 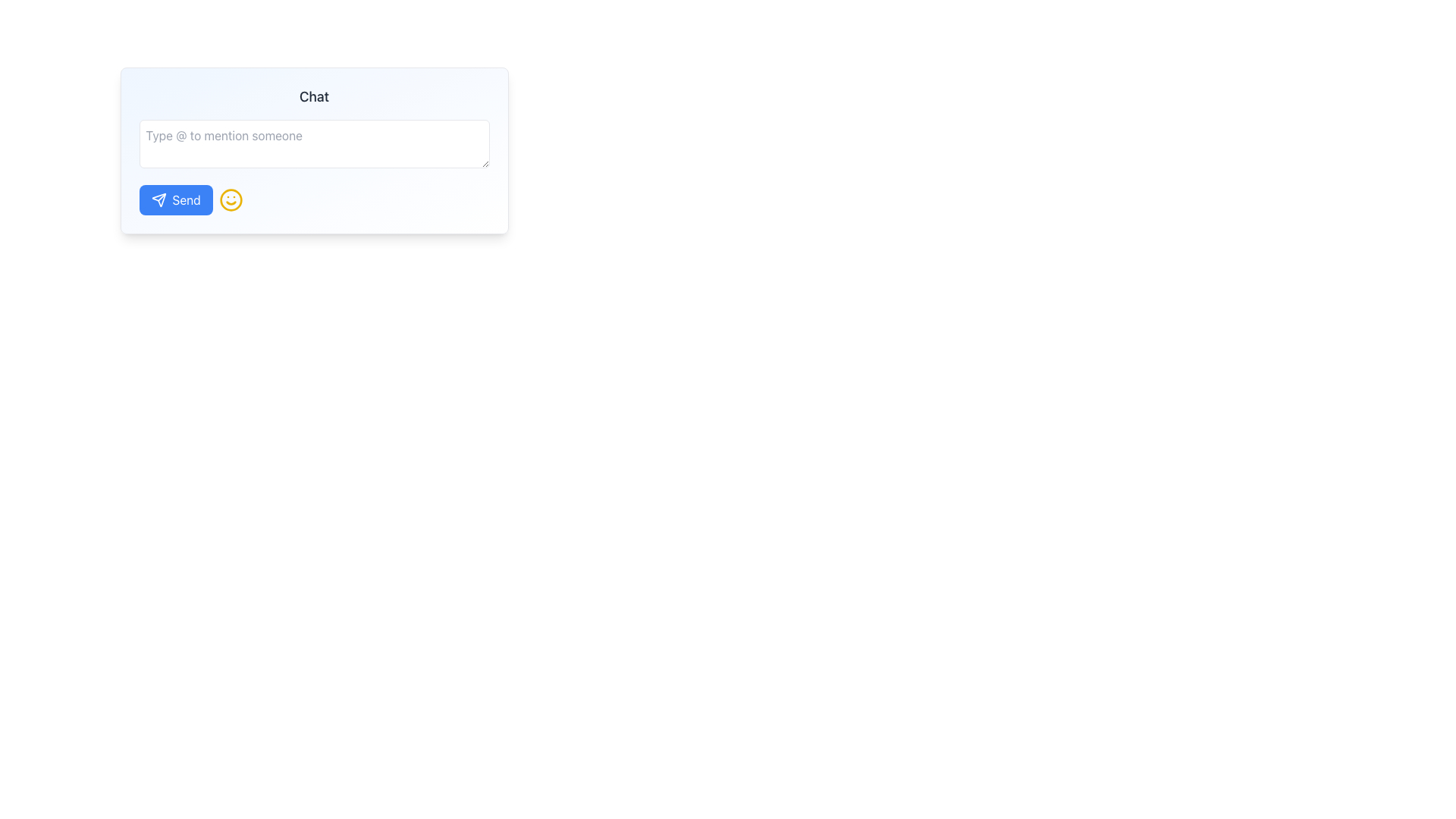 What do you see at coordinates (176, 199) in the screenshot?
I see `the blue rounded rectangle button labeled 'Send' with a paper plane icon to trigger the hover effect` at bounding box center [176, 199].